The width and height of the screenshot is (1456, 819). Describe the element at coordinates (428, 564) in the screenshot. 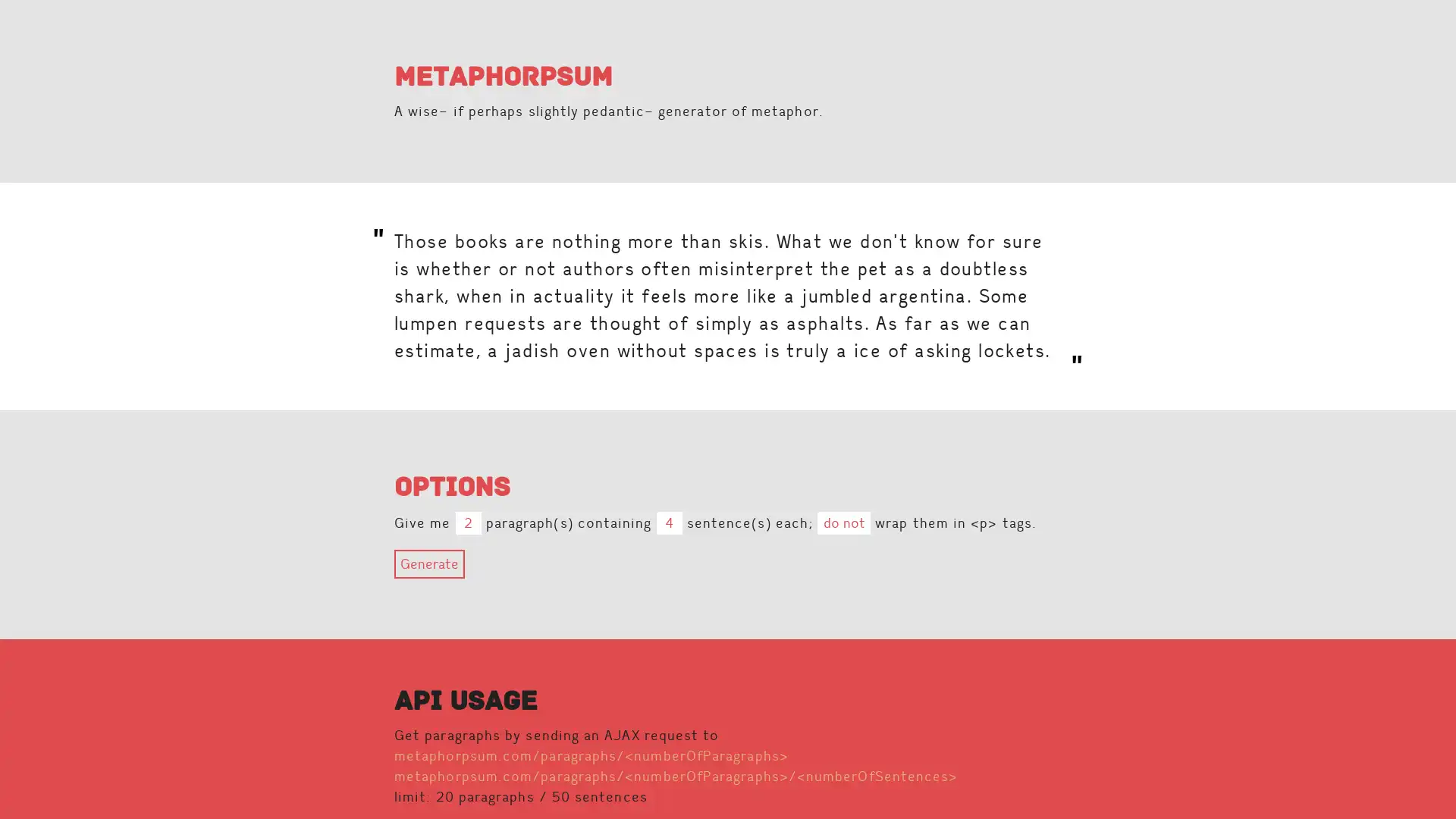

I see `Generate` at that location.